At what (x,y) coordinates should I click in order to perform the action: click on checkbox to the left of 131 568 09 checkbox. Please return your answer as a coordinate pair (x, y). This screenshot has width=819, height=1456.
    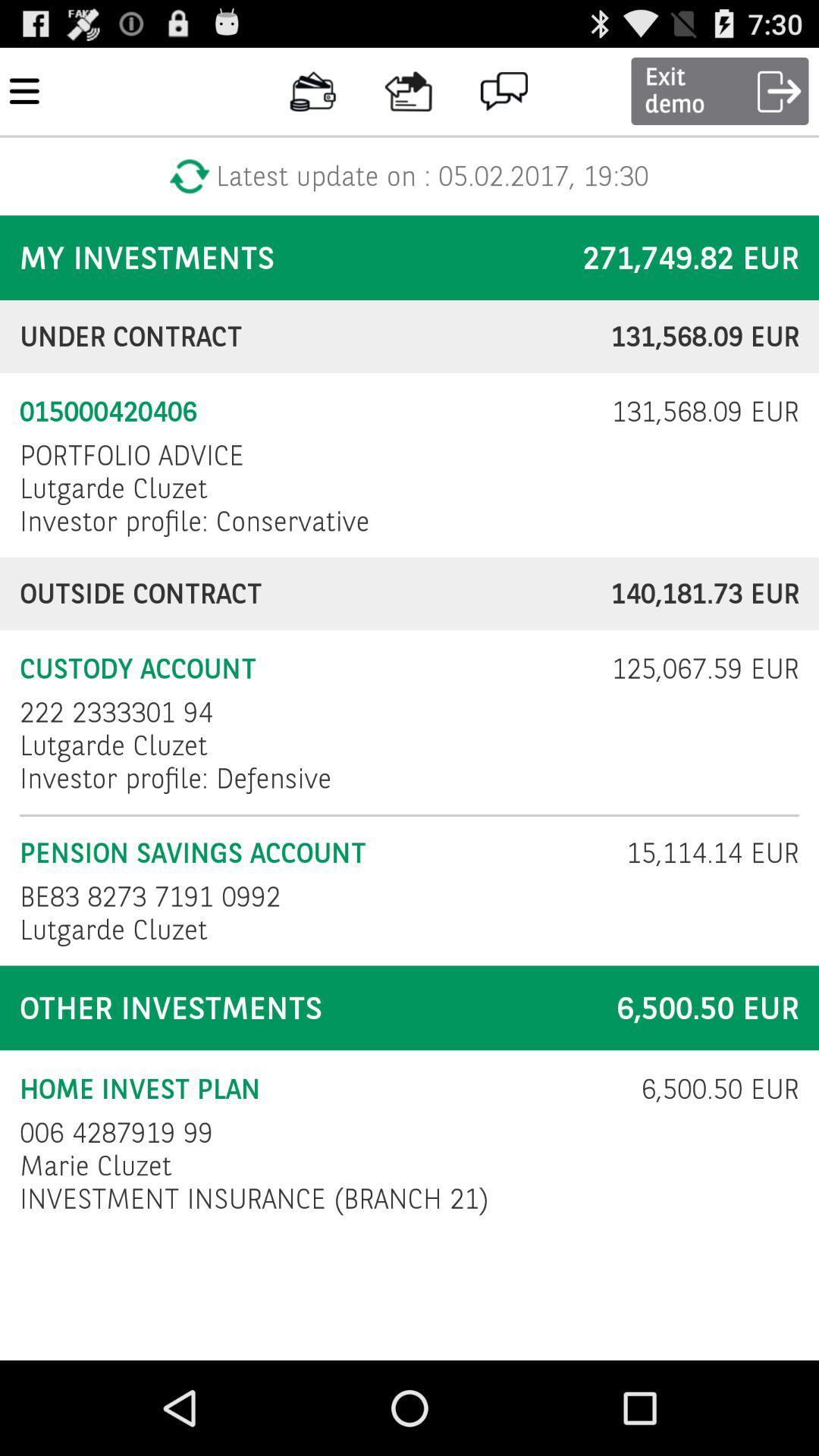
    Looking at the image, I should click on (306, 412).